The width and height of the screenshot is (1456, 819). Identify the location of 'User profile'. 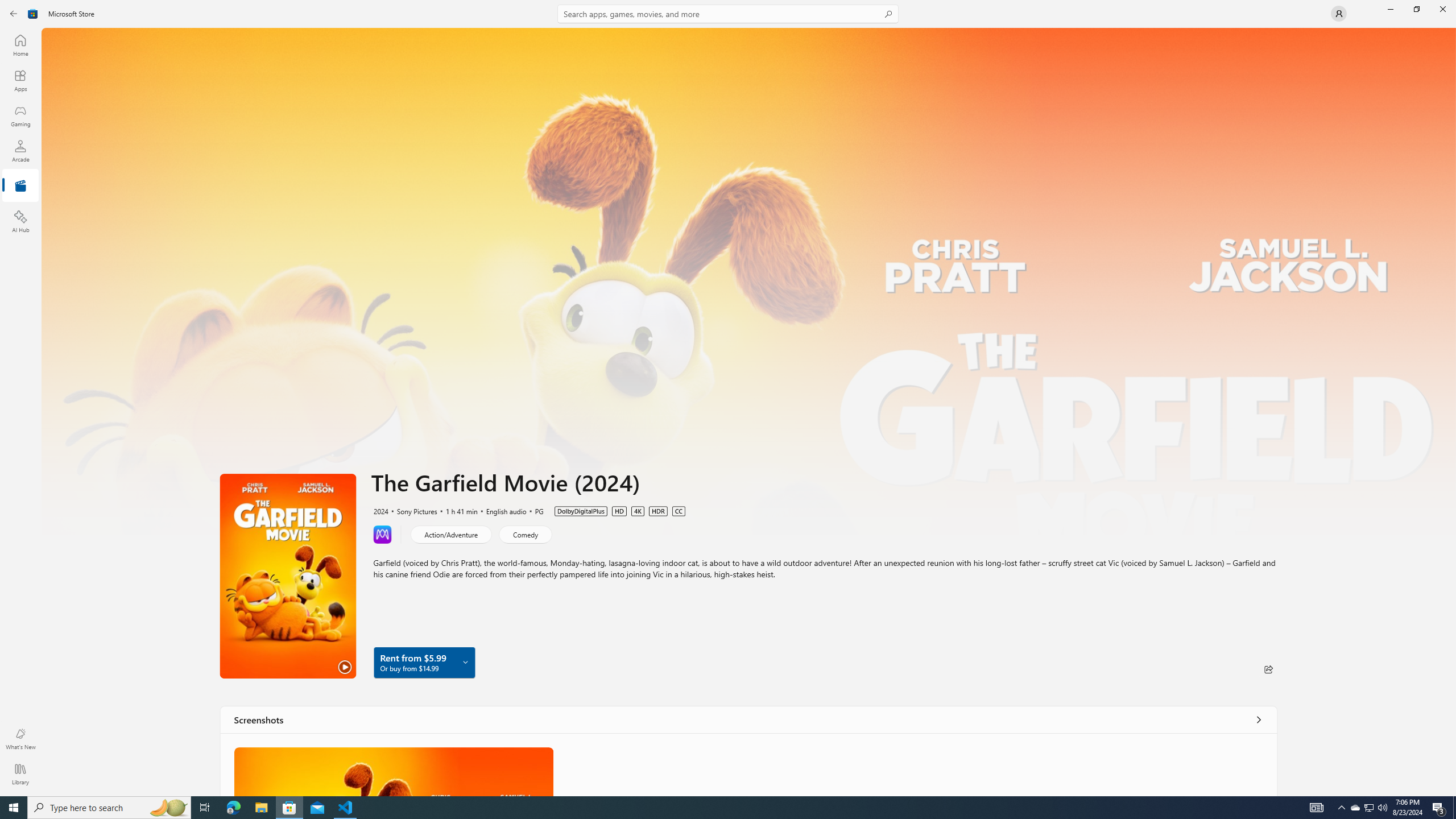
(1338, 13).